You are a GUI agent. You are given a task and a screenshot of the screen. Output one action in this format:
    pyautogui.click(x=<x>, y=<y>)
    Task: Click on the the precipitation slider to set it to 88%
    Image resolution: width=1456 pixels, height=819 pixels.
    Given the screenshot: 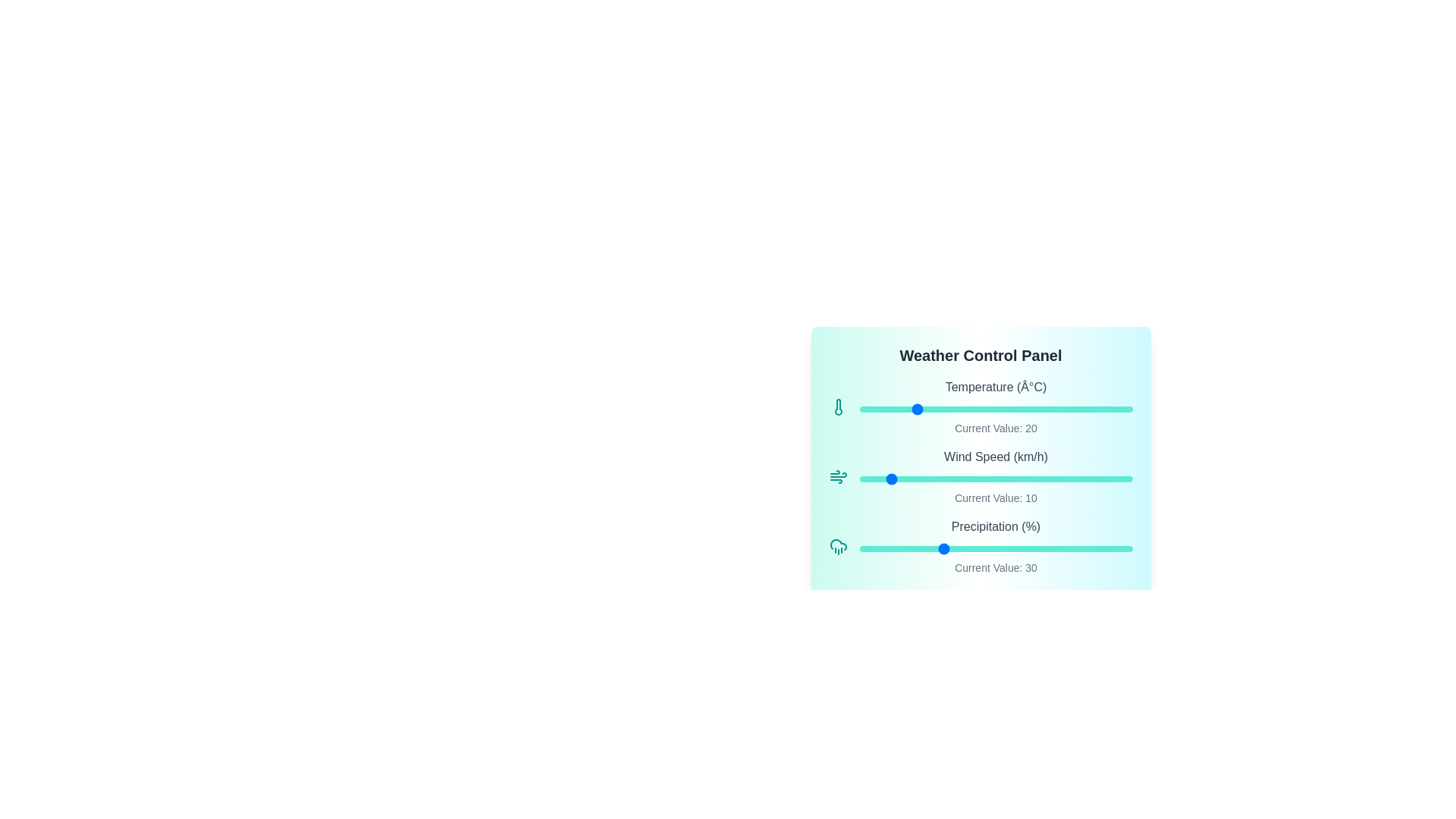 What is the action you would take?
    pyautogui.click(x=1100, y=549)
    